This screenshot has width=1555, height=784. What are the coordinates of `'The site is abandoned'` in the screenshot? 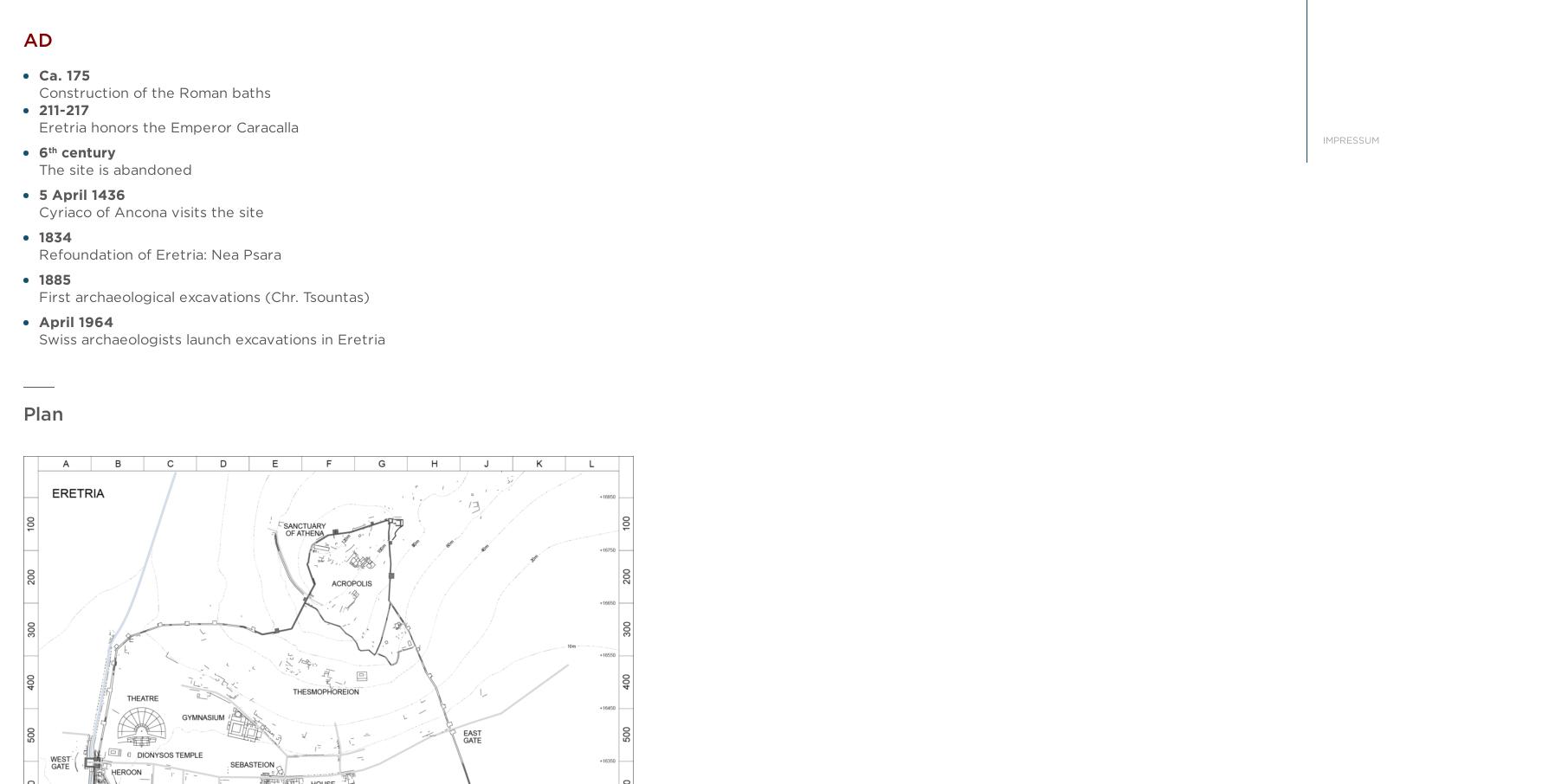 It's located at (114, 168).